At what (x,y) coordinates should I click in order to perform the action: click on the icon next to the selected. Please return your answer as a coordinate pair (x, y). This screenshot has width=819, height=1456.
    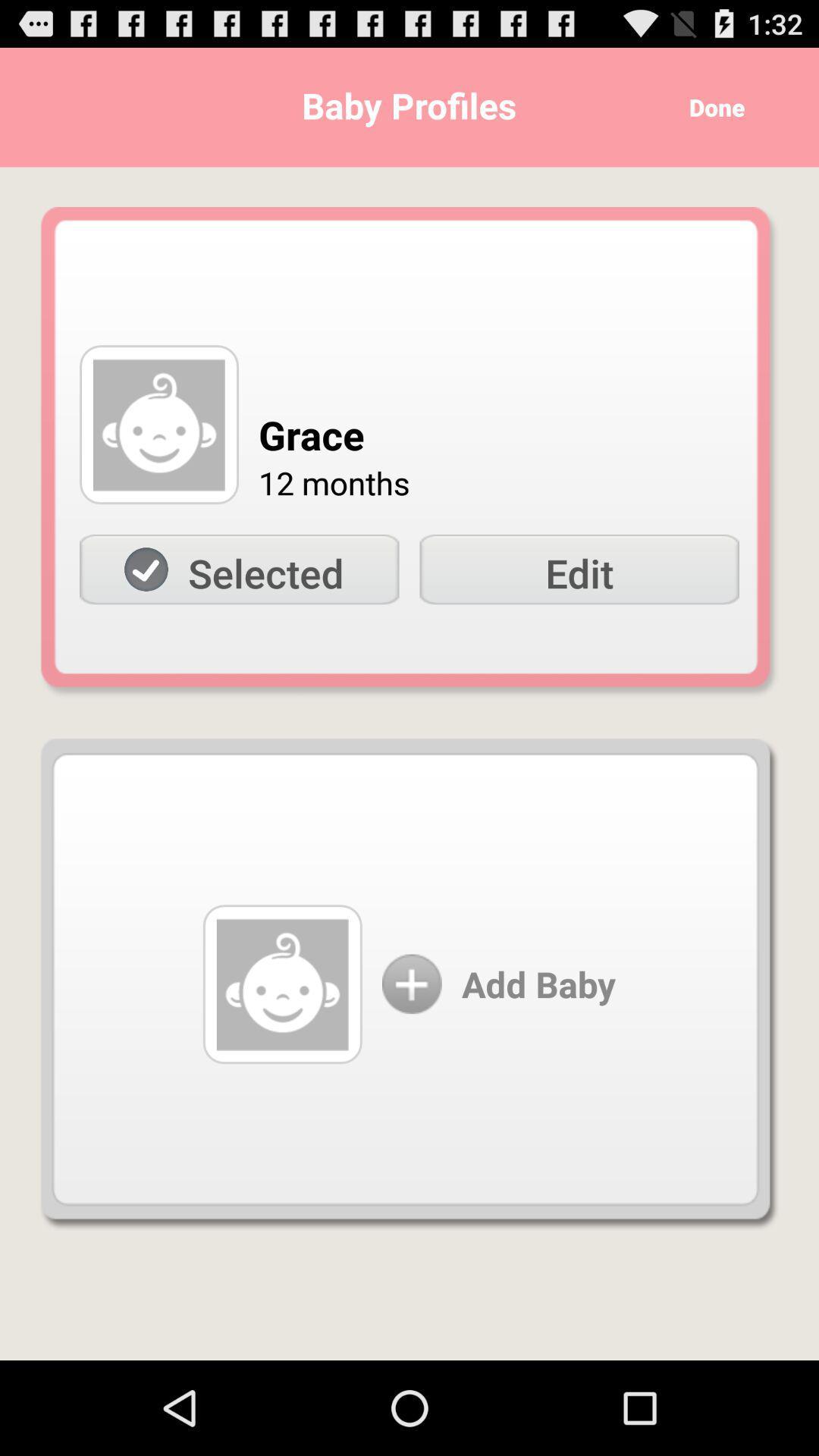
    Looking at the image, I should click on (579, 569).